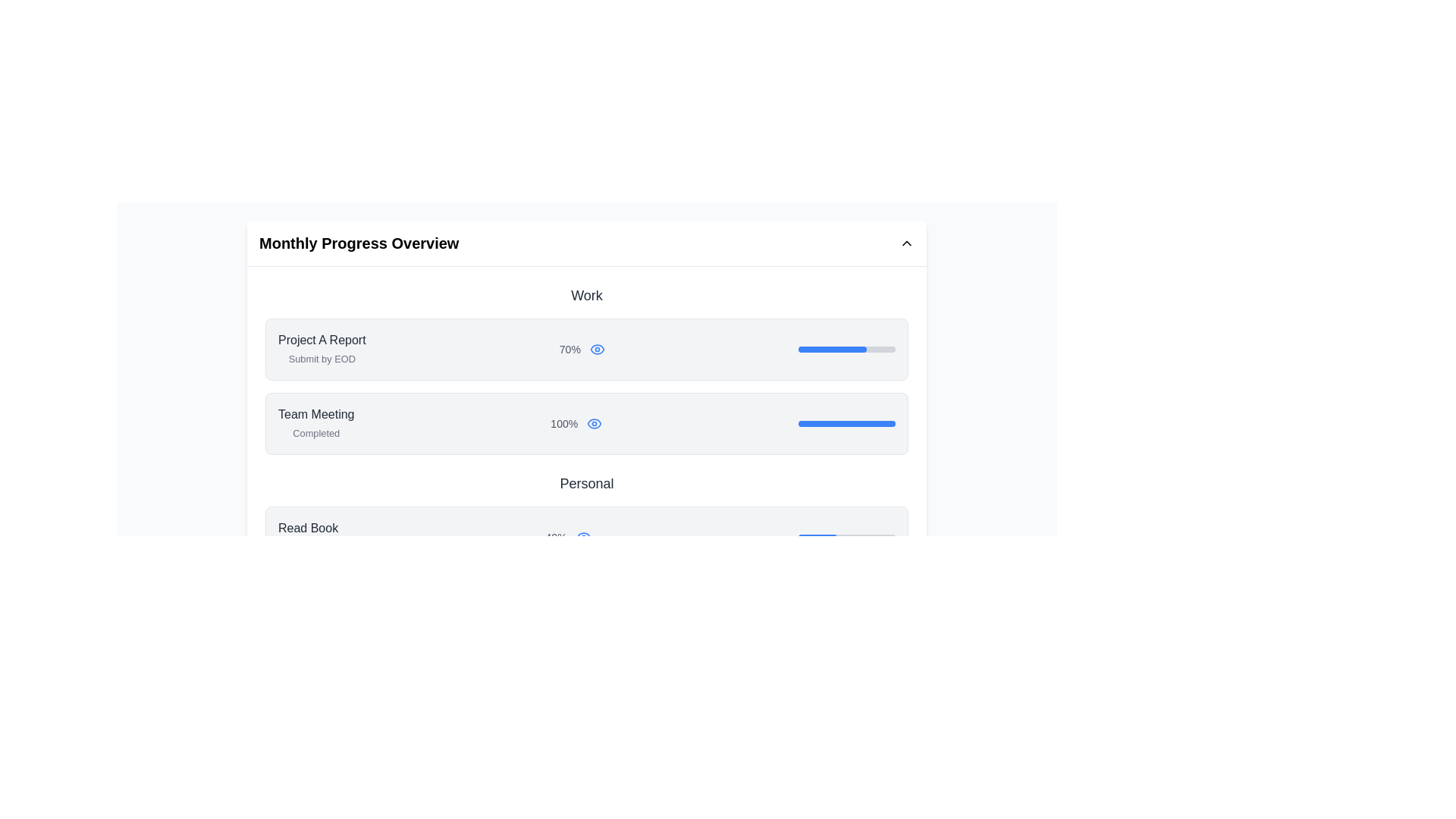 Image resolution: width=1456 pixels, height=819 pixels. I want to click on the visibility icon located in the 'Team Meeting' row under the 'Work' section, positioned directly to the right of the '100%' text and to the left of the progress bar, so click(594, 424).